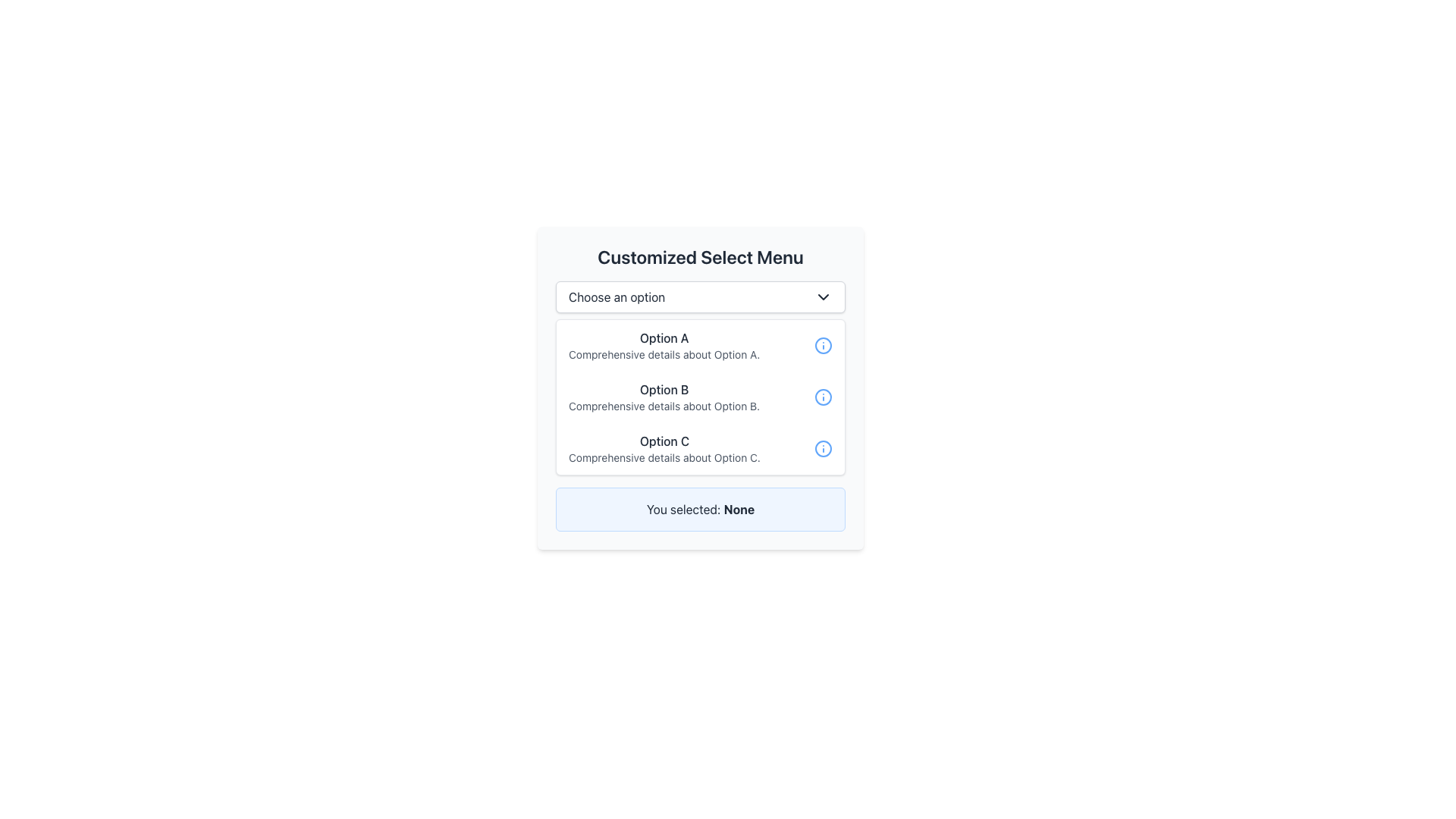  I want to click on the text "Option A" in the dropdown menu, so click(664, 337).